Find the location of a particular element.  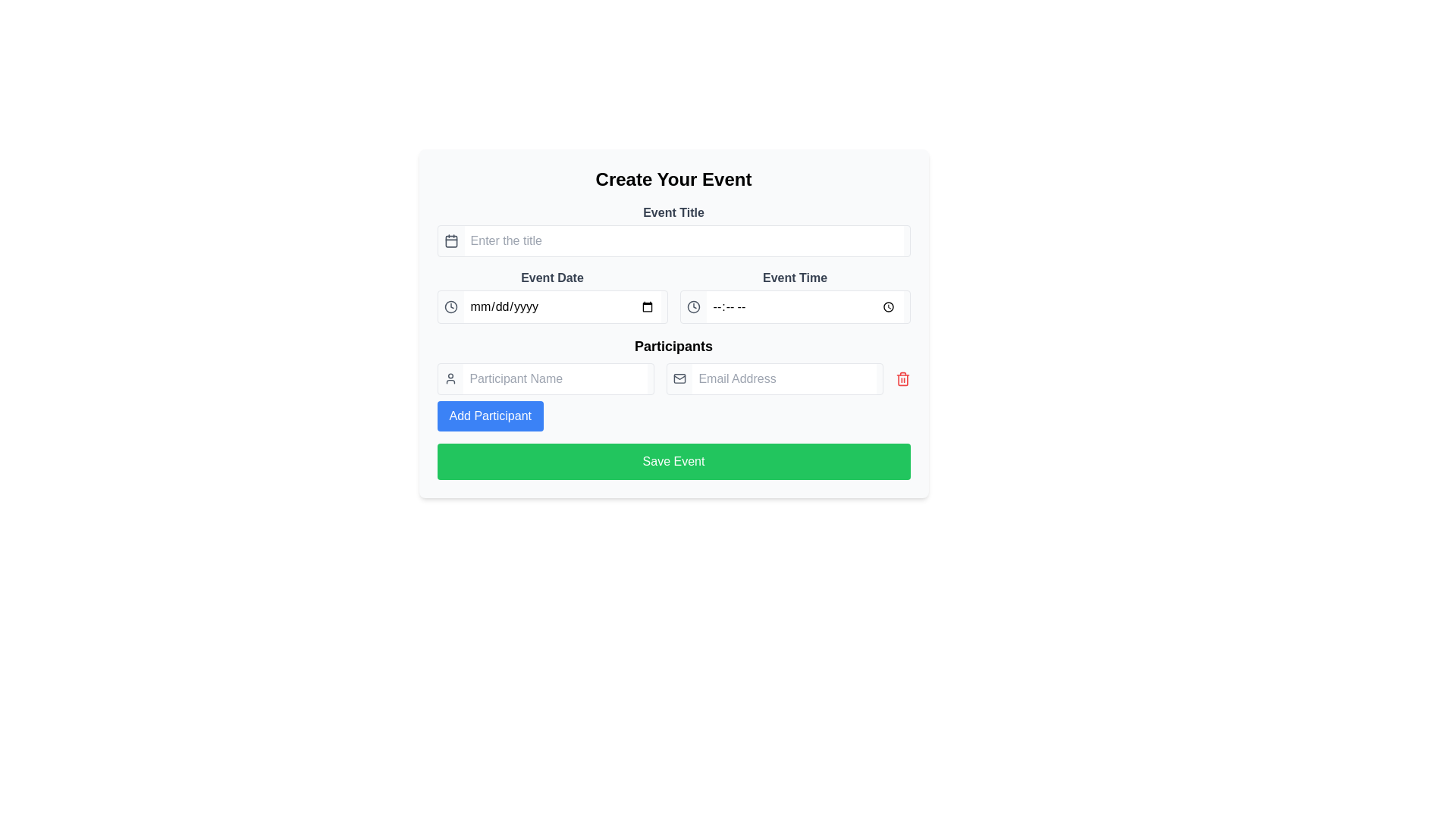

the outlined text input field labeled 'Participant Name' that is located in the 'Participants' section, positioned below 'Event Date' and 'Event Time', and to the left of the 'Email Address' field is located at coordinates (545, 378).